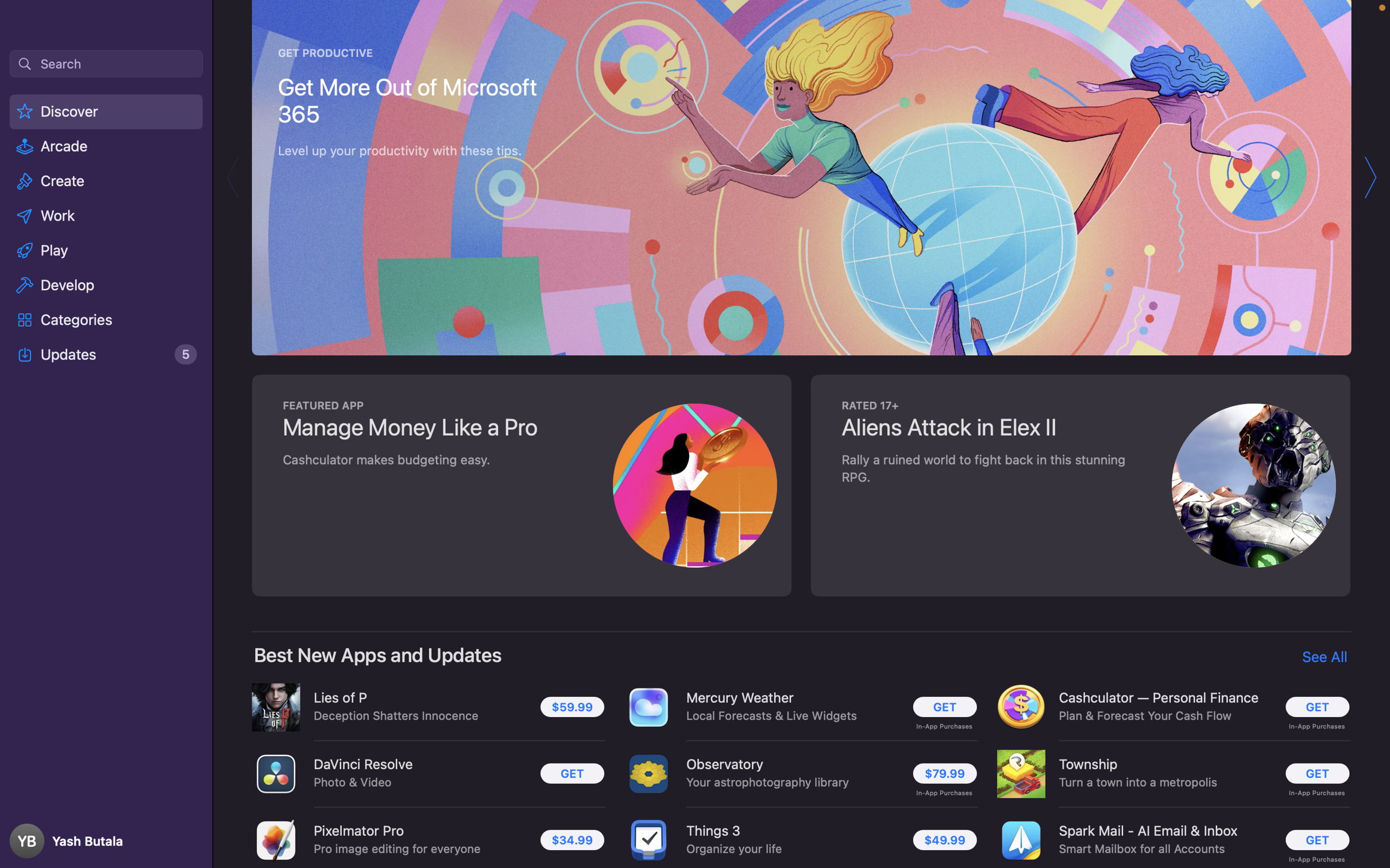  I want to click on Navigate and select the "Updates" section, so click(106, 354).